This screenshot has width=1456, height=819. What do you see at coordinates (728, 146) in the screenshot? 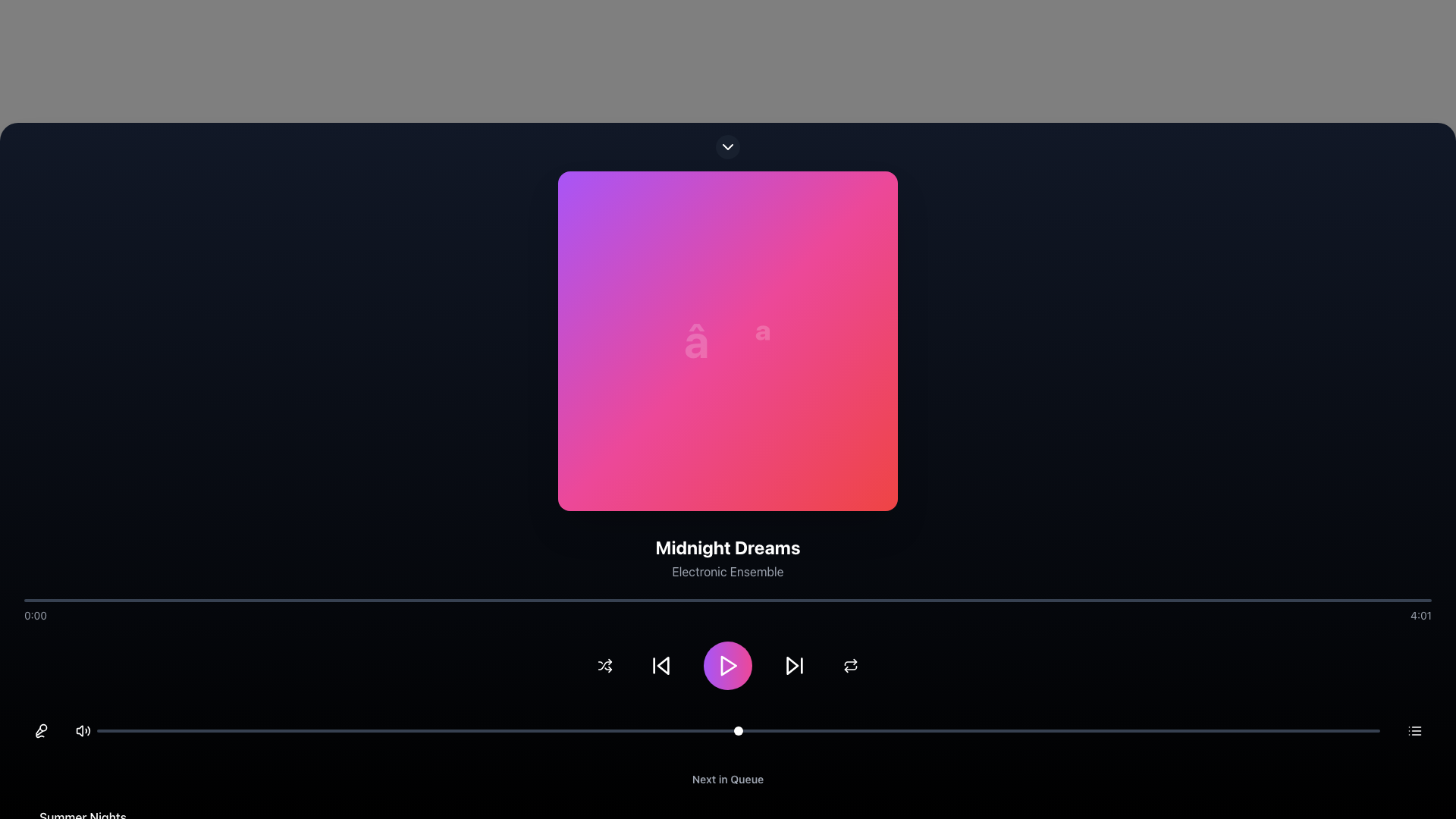
I see `the circular button with a semi-transparent dark gray background and a chevron-down icon` at bounding box center [728, 146].